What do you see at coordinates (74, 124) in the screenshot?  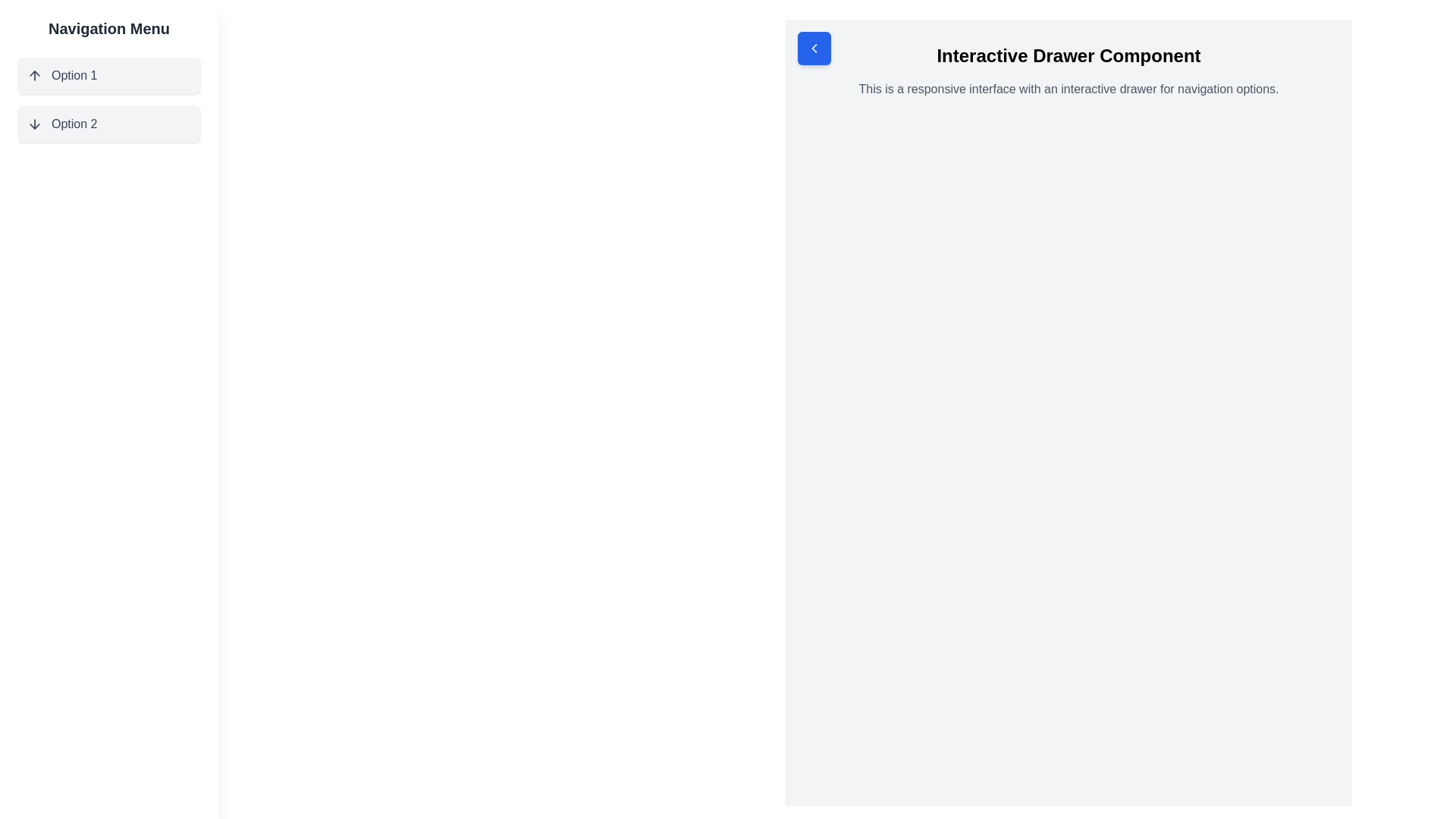 I see `the descriptive label indicating the second option in the navigation menu, which is centrally aligned below 'Option 1'` at bounding box center [74, 124].